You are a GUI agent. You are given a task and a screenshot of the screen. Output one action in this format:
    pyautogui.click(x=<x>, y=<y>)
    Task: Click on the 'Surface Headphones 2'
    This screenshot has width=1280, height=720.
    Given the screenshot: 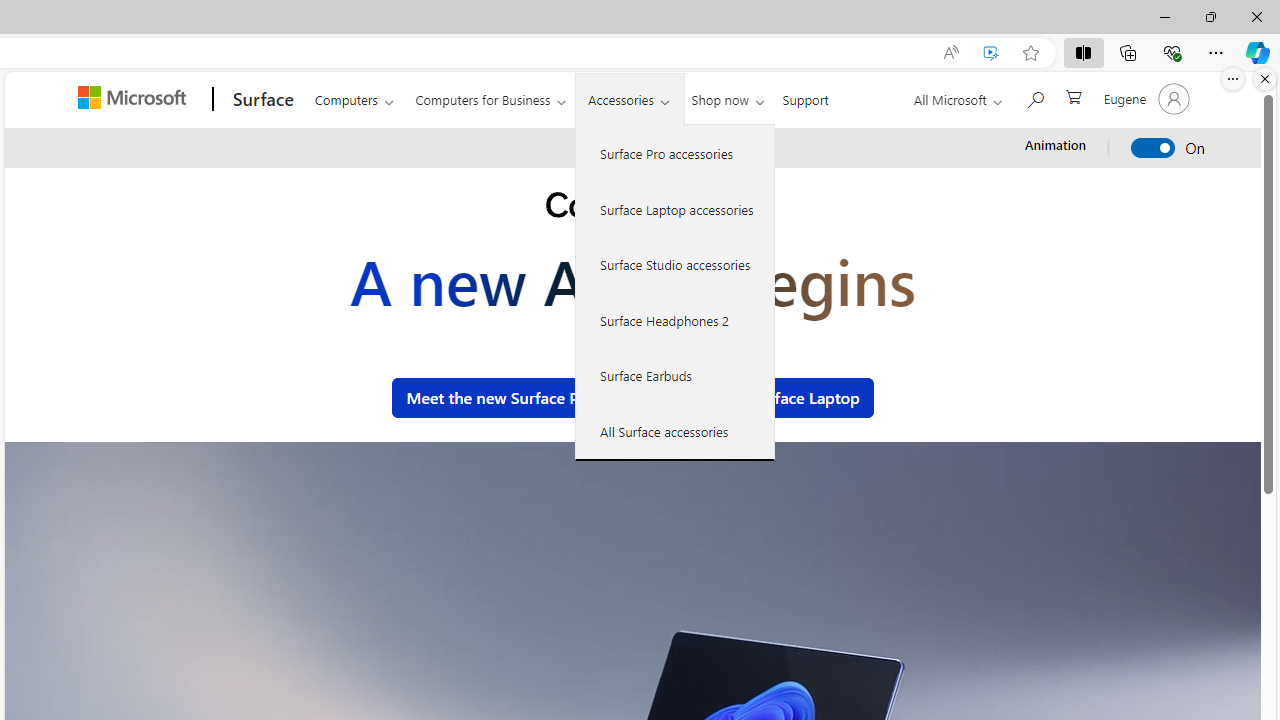 What is the action you would take?
    pyautogui.click(x=675, y=319)
    